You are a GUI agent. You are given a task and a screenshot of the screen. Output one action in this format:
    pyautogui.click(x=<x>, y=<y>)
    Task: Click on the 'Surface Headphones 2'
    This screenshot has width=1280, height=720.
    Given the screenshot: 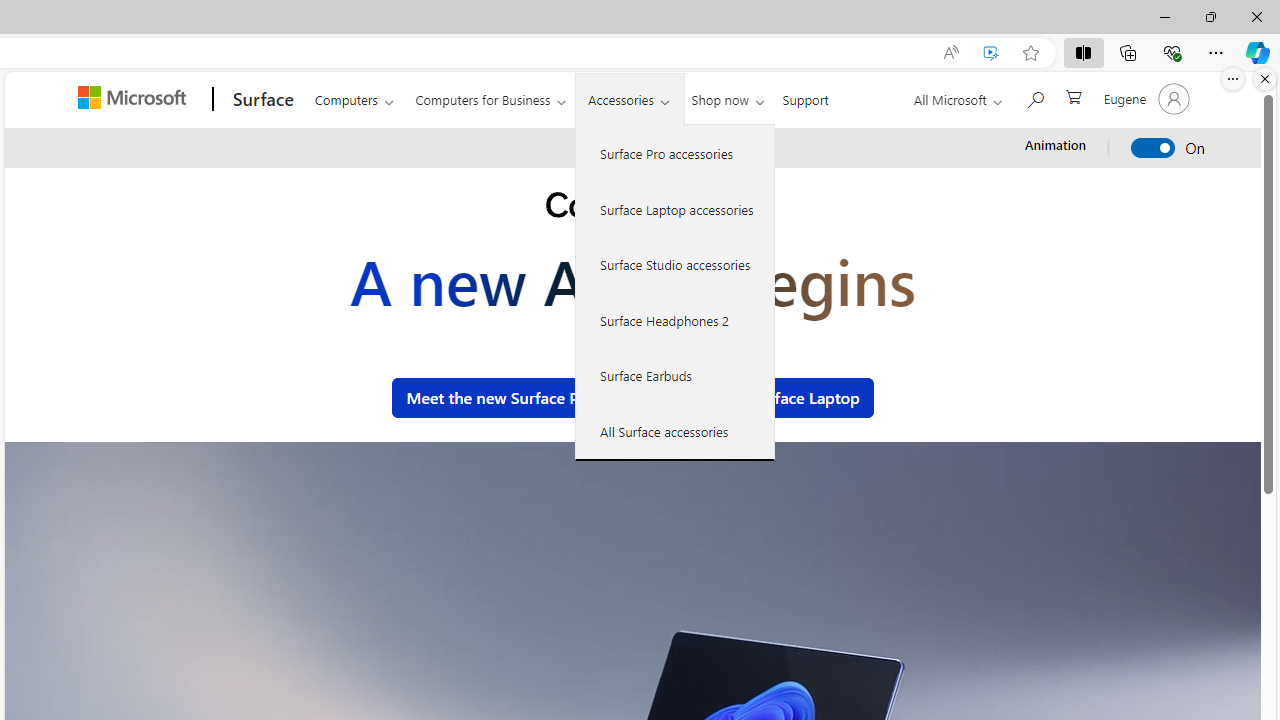 What is the action you would take?
    pyautogui.click(x=675, y=319)
    